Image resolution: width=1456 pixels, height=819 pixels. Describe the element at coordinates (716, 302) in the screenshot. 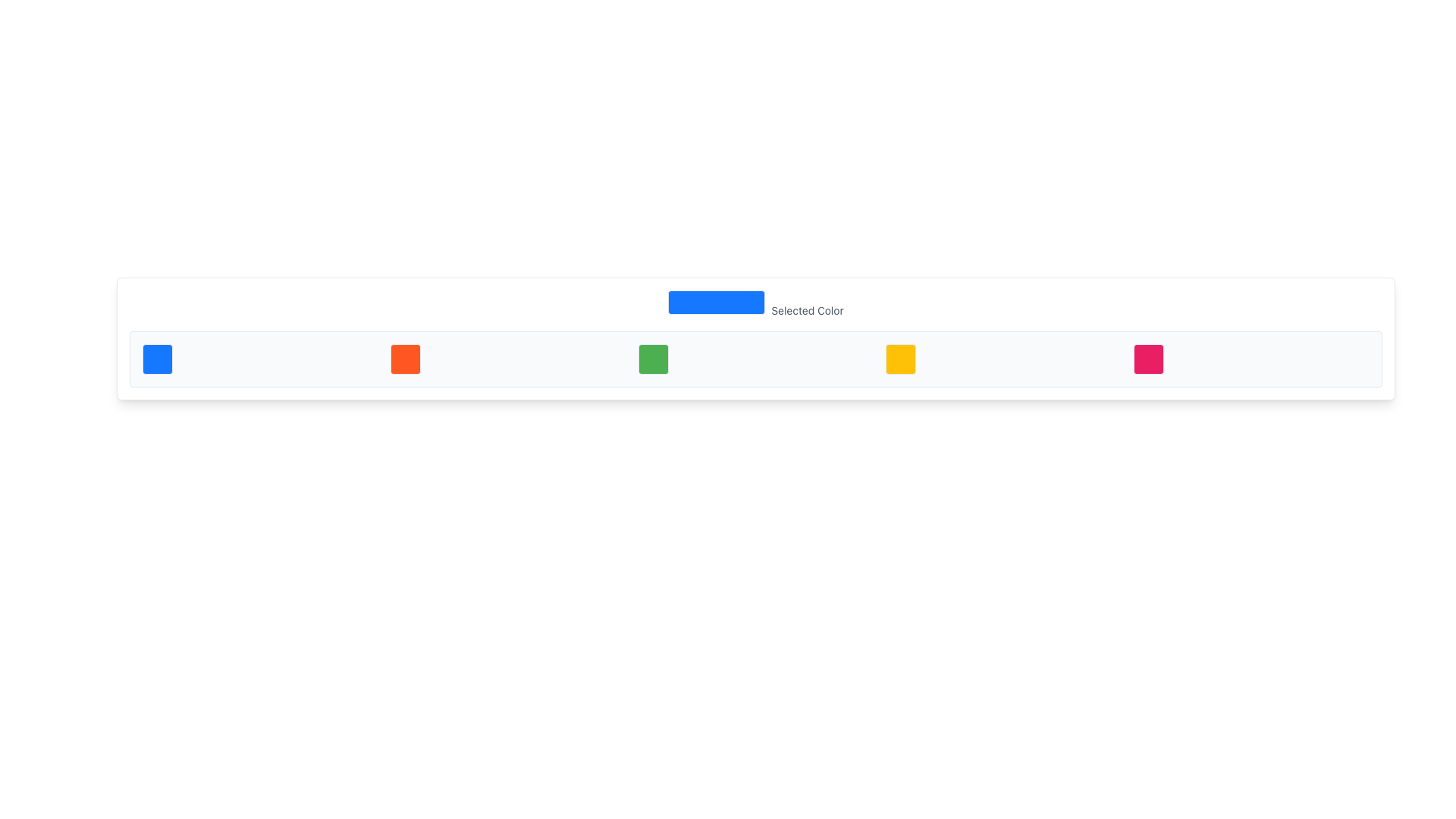

I see `the appearance of the visual indicator representing the currently selected color, located to the left of the 'Selected Color' text label` at that location.